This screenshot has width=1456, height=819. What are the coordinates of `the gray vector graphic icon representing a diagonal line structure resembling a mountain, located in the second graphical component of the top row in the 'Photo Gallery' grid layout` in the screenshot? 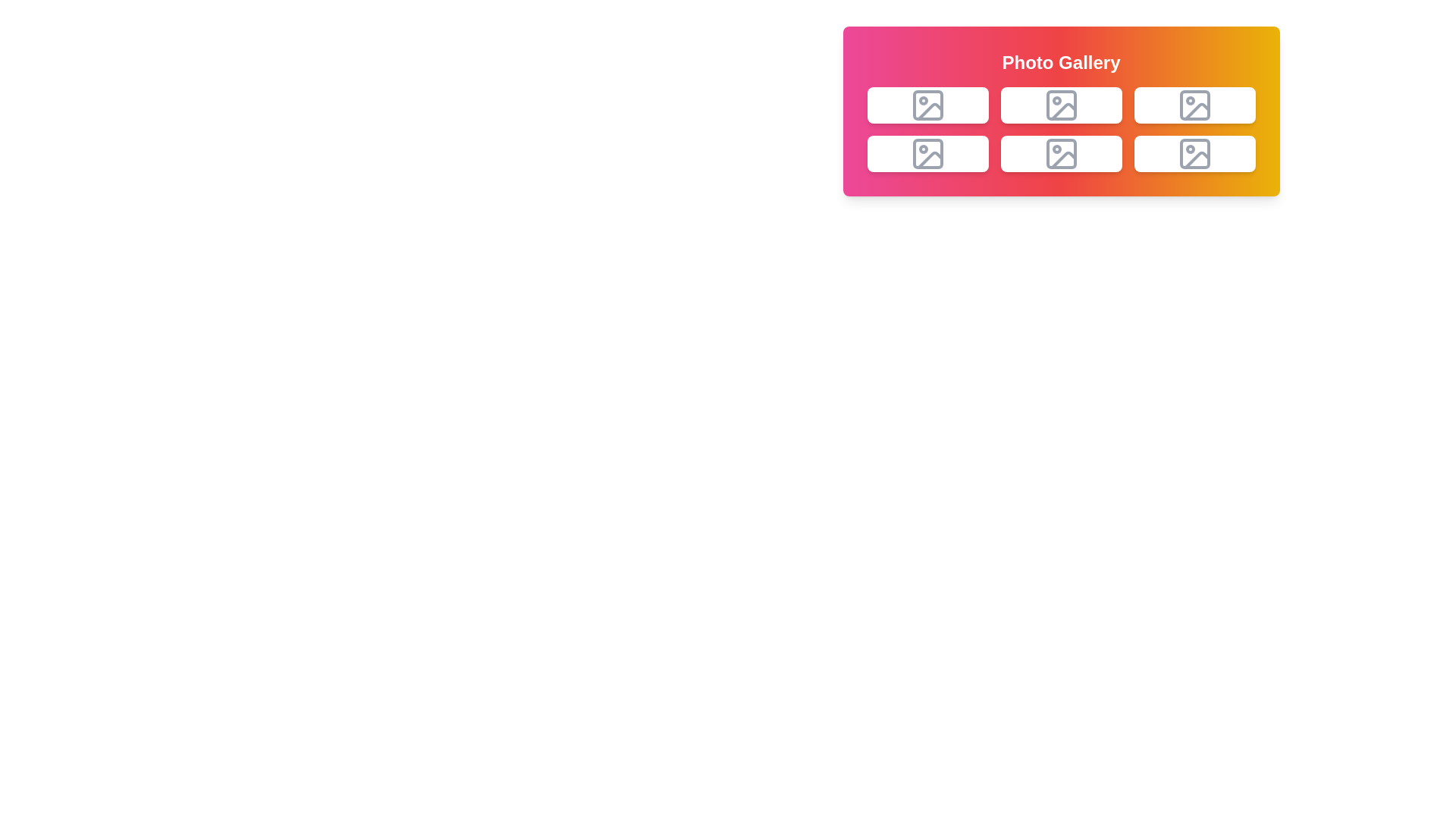 It's located at (1062, 111).